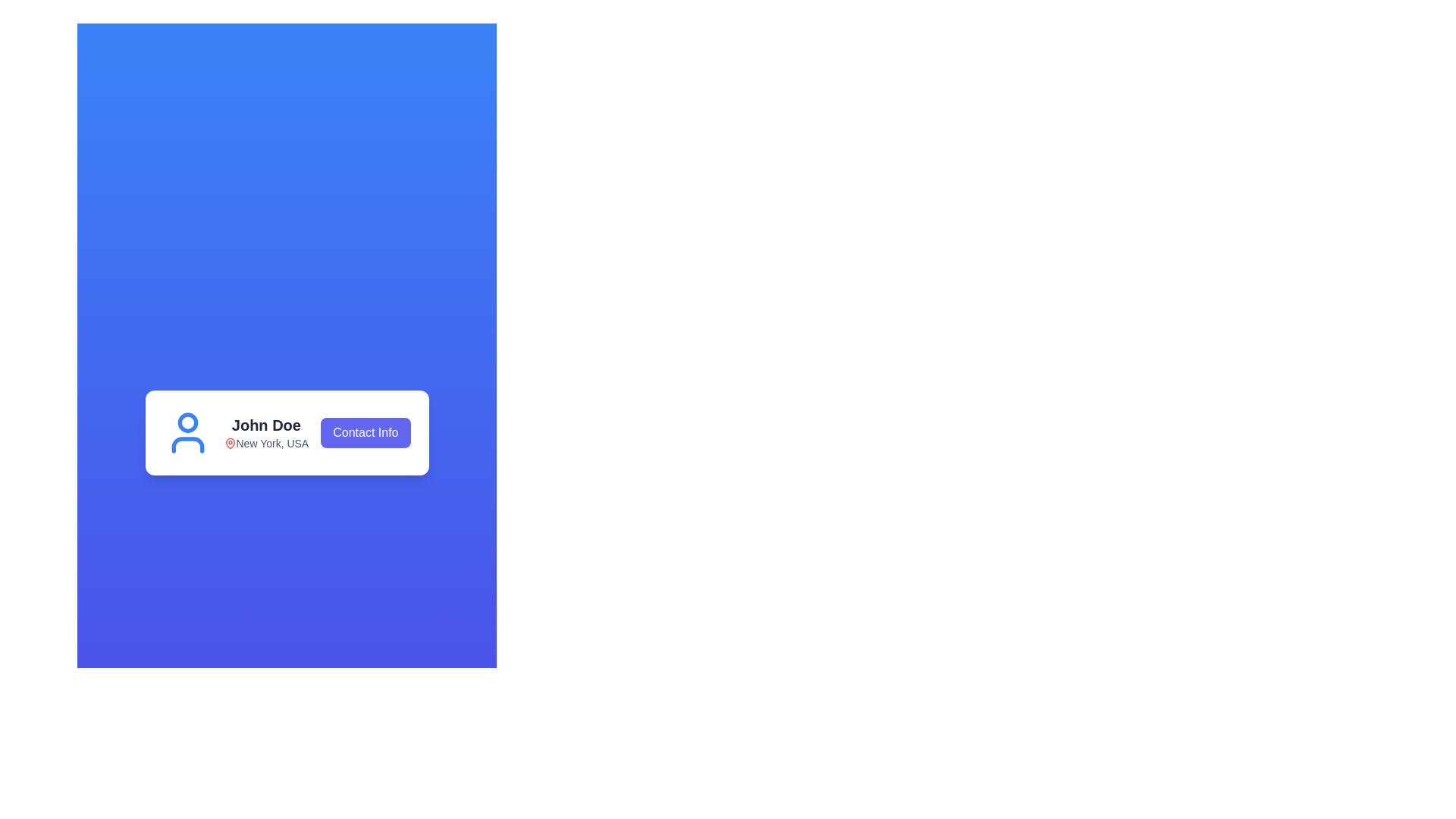 This screenshot has width=1456, height=819. What do you see at coordinates (187, 422) in the screenshot?
I see `the Decorative SVG circle, which is a blue-bordered circular shape located at the upper-center section of the user icon illustration adjacent to 'John Doe' and the 'Contact Info' button` at bounding box center [187, 422].